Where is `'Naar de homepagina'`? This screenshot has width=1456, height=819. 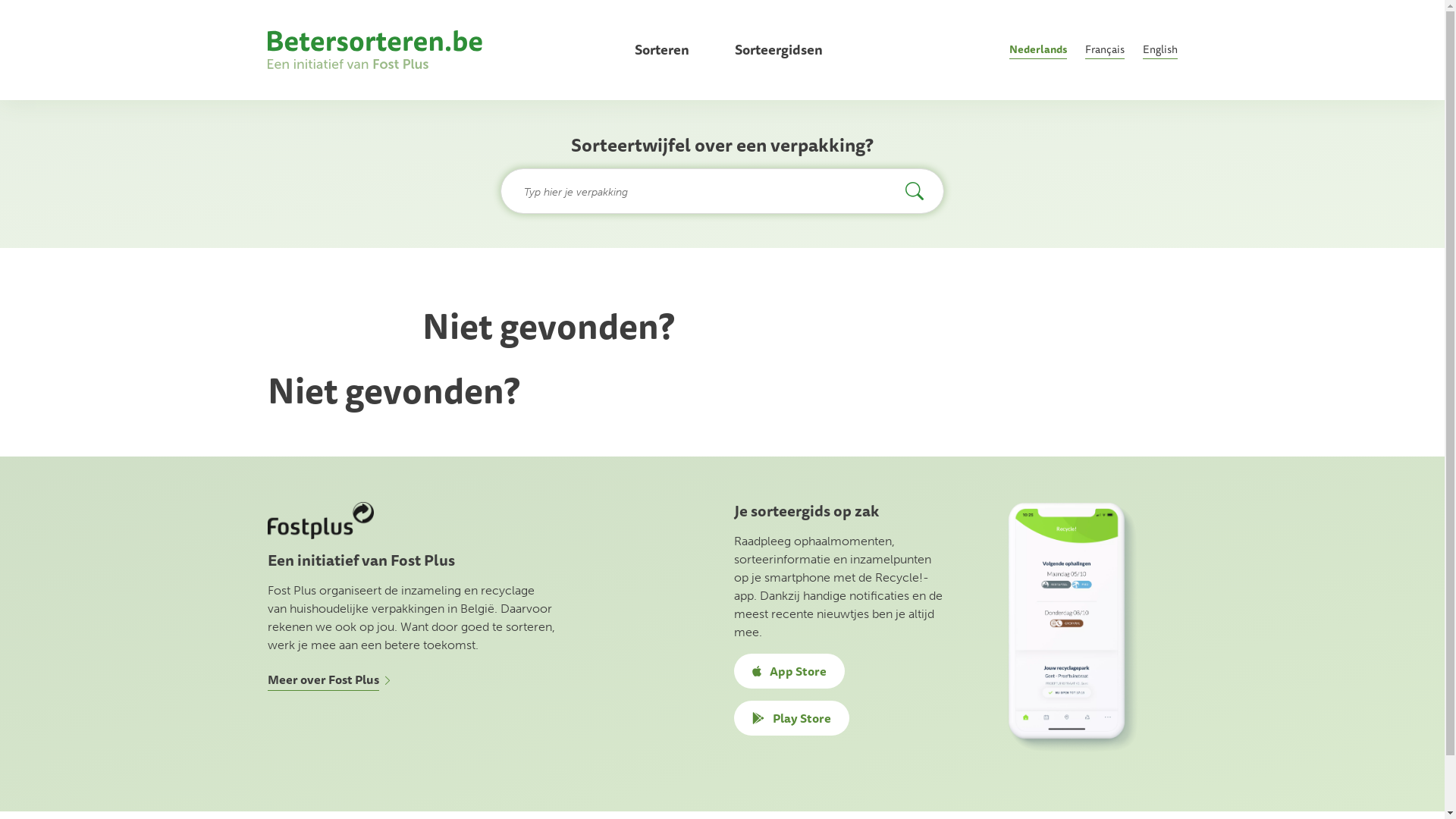 'Naar de homepagina' is located at coordinates (374, 49).